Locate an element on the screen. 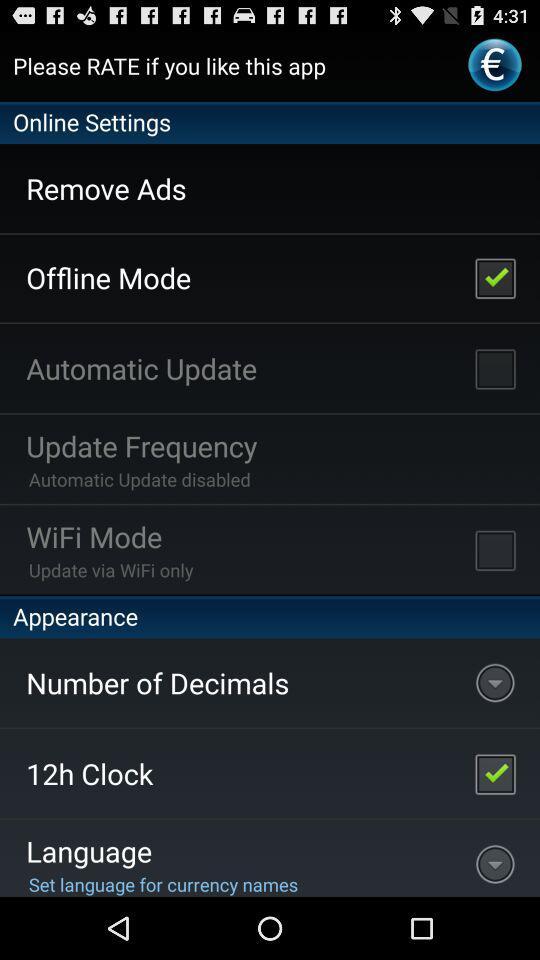 This screenshot has height=960, width=540. offline mode is located at coordinates (494, 276).